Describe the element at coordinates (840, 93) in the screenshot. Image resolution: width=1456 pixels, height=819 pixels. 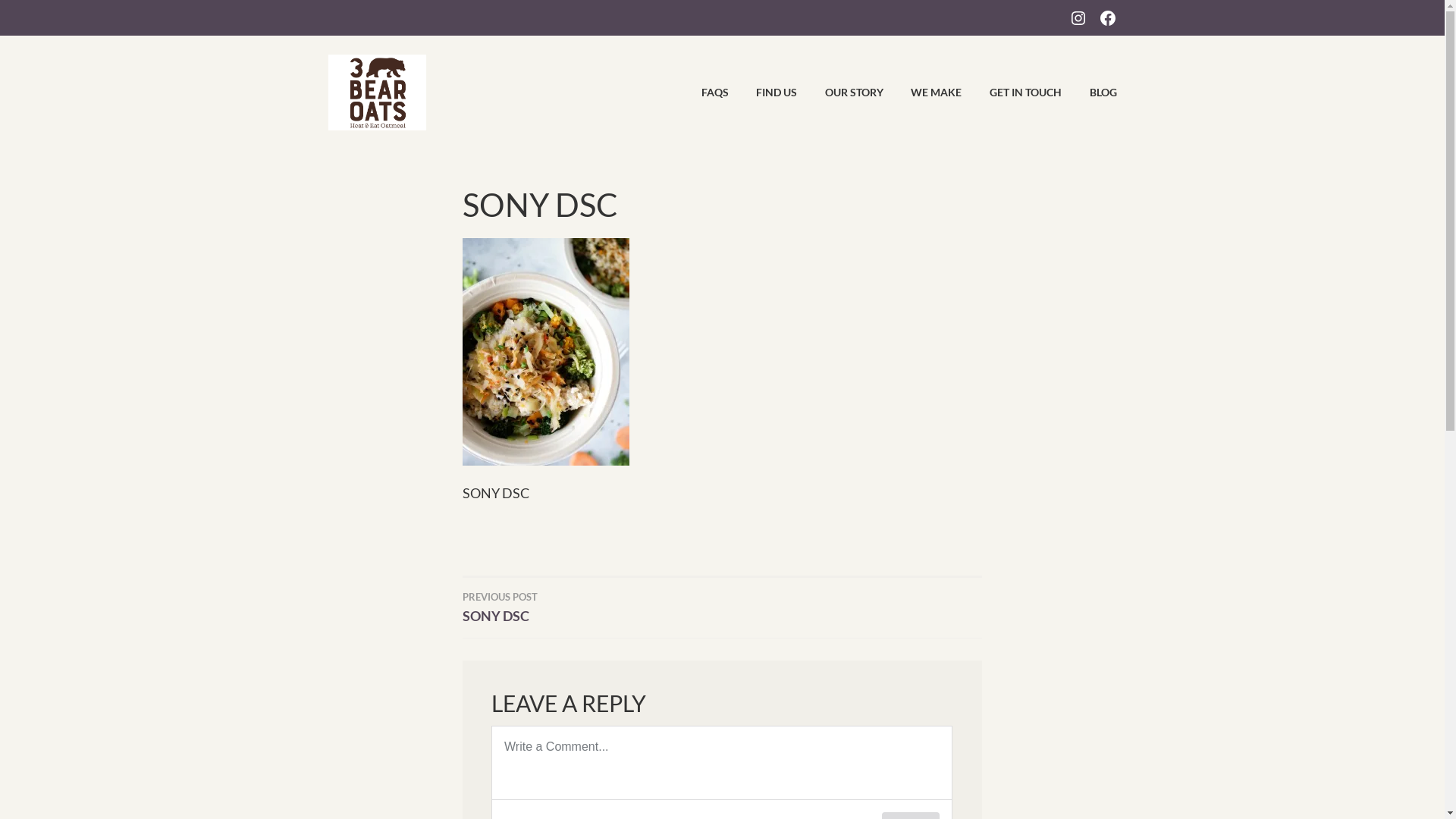
I see `'OUR STORY'` at that location.